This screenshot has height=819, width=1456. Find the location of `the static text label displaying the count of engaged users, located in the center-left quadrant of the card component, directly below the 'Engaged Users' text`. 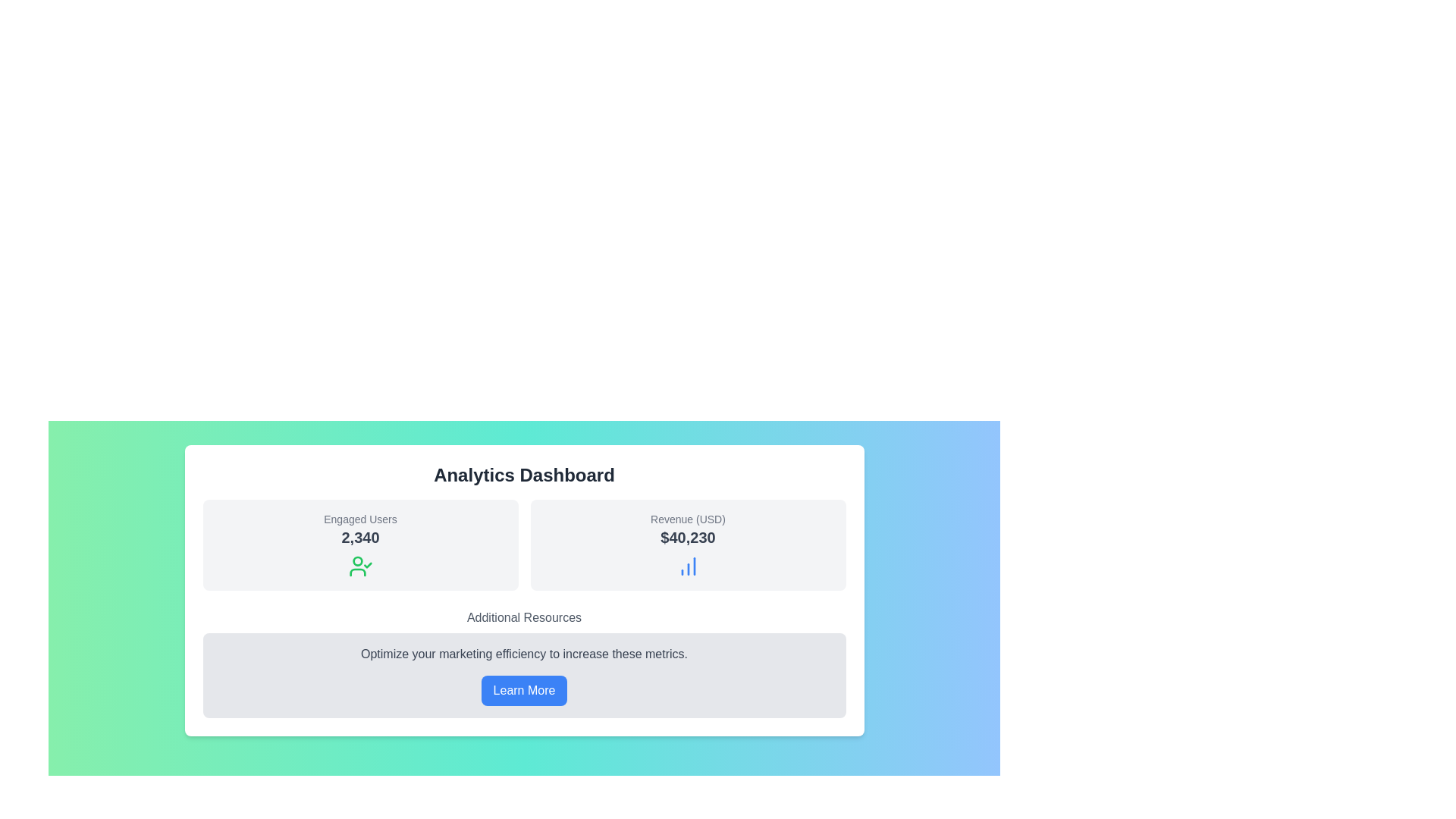

the static text label displaying the count of engaged users, located in the center-left quadrant of the card component, directly below the 'Engaged Users' text is located at coordinates (359, 537).